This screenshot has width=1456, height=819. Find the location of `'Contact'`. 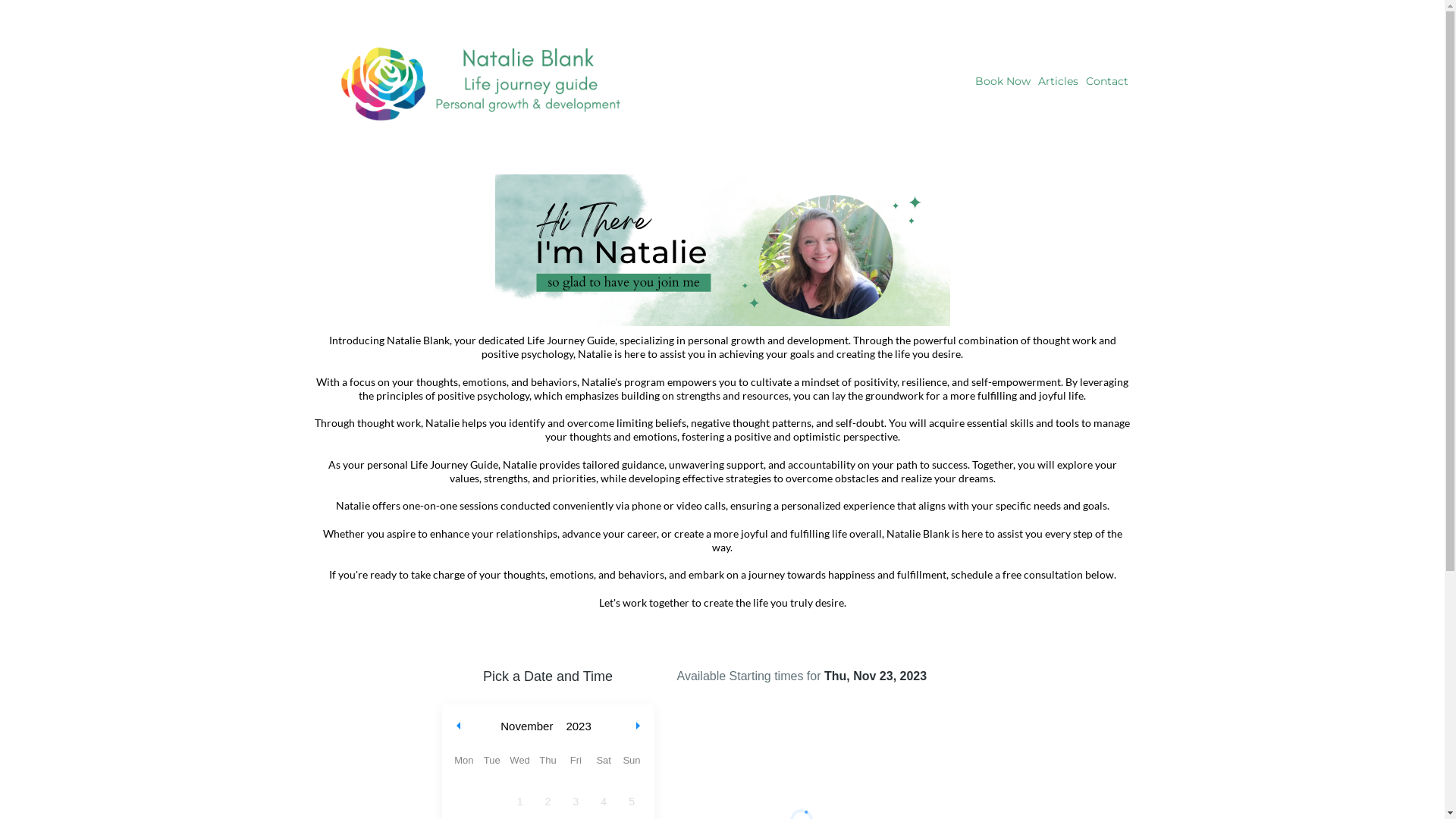

'Contact' is located at coordinates (1106, 81).